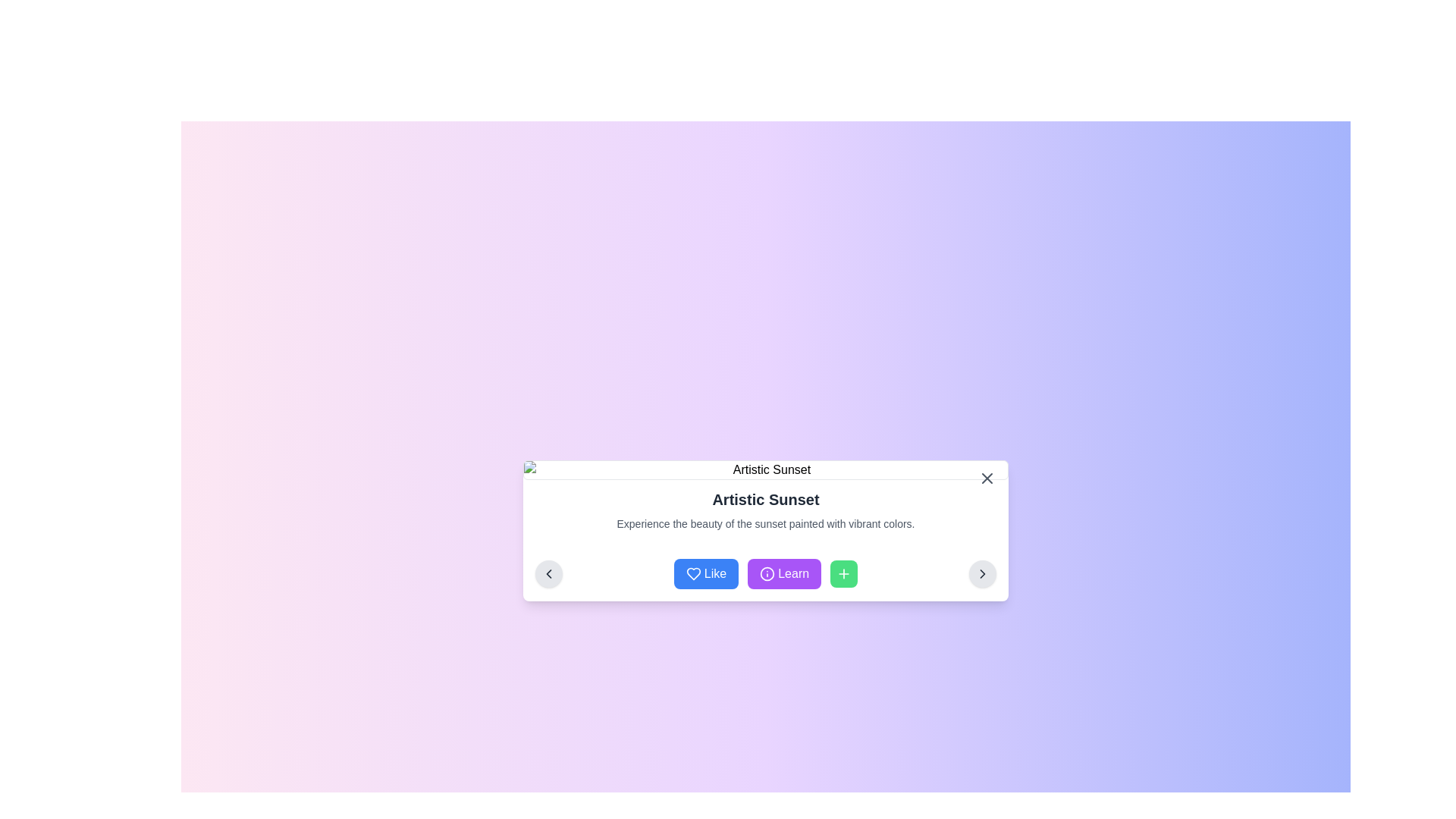 Image resolution: width=1456 pixels, height=819 pixels. What do you see at coordinates (987, 479) in the screenshot?
I see `the close button located at the top-right corner of the card displaying 'Artistic Sunset'` at bounding box center [987, 479].